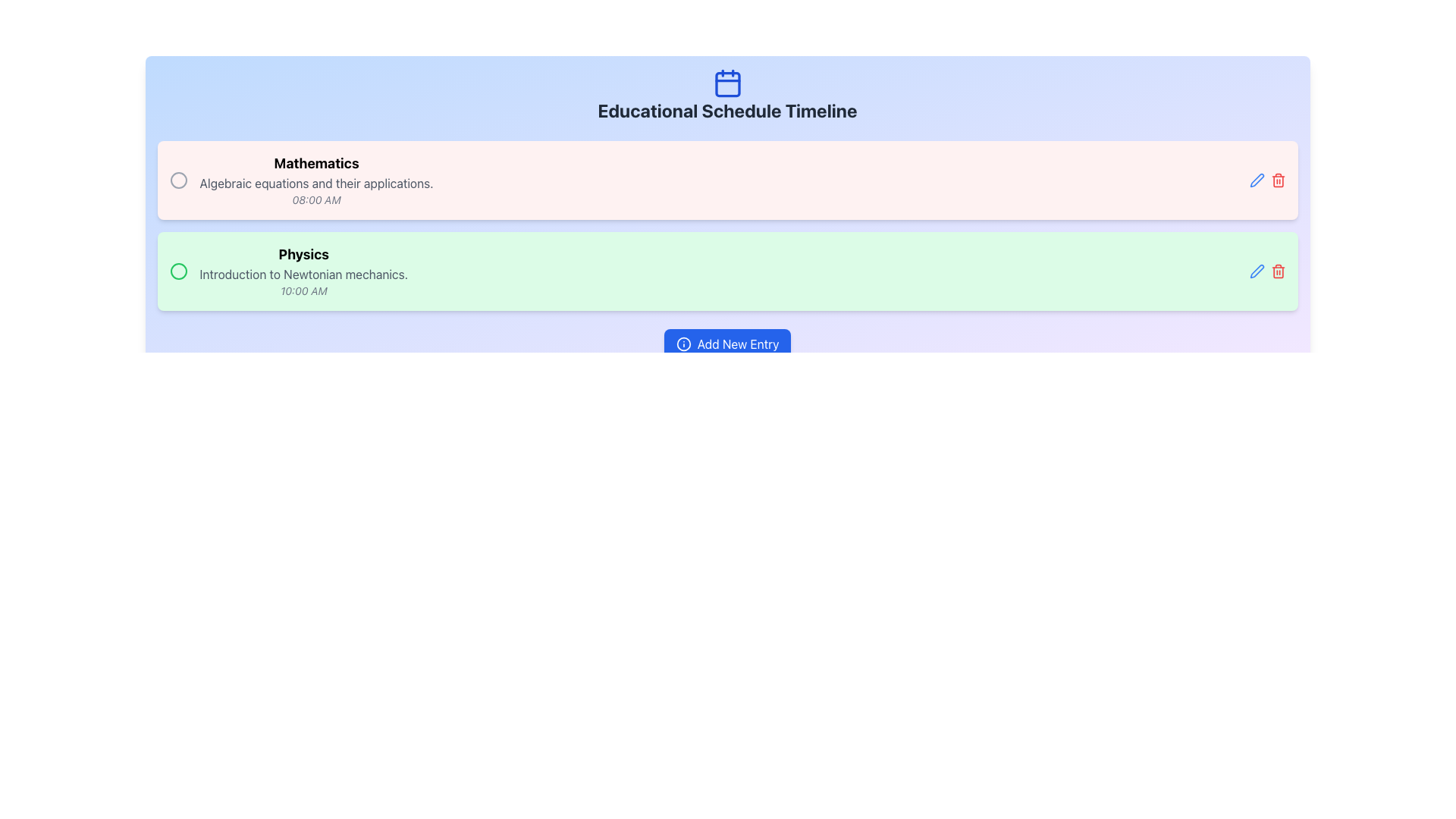  What do you see at coordinates (315, 180) in the screenshot?
I see `the Text block containing the headline 'Mathematics', the description 'Algebraic equations and their applications.', and the timestamp '08:00 AM', which is centered within a pinkish background area of a vertical timeline layout` at bounding box center [315, 180].